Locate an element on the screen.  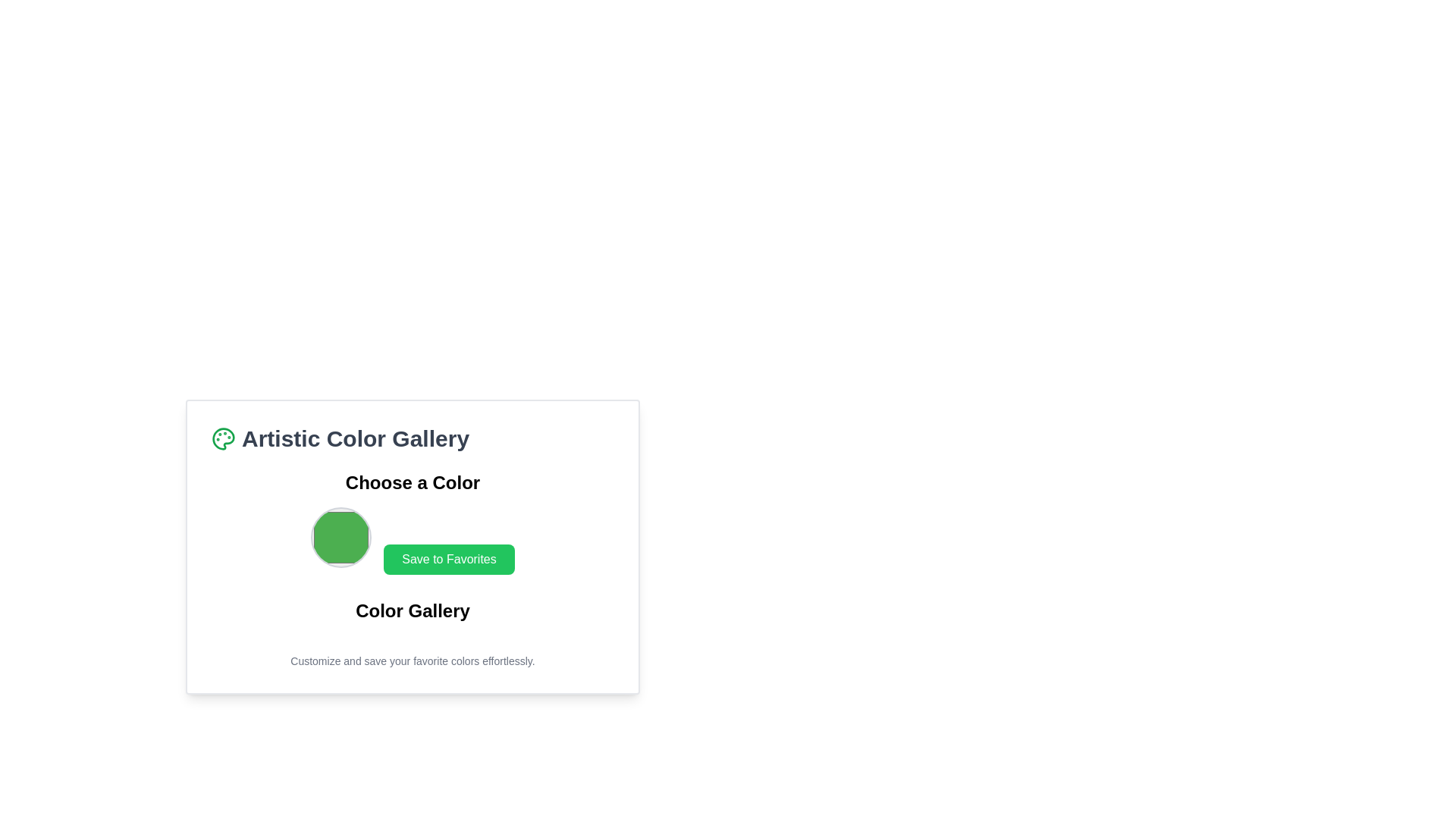
the green palette icon that represents an artist's palette, located at the beginning of the heading 'Artistic Color Gallery' is located at coordinates (222, 438).